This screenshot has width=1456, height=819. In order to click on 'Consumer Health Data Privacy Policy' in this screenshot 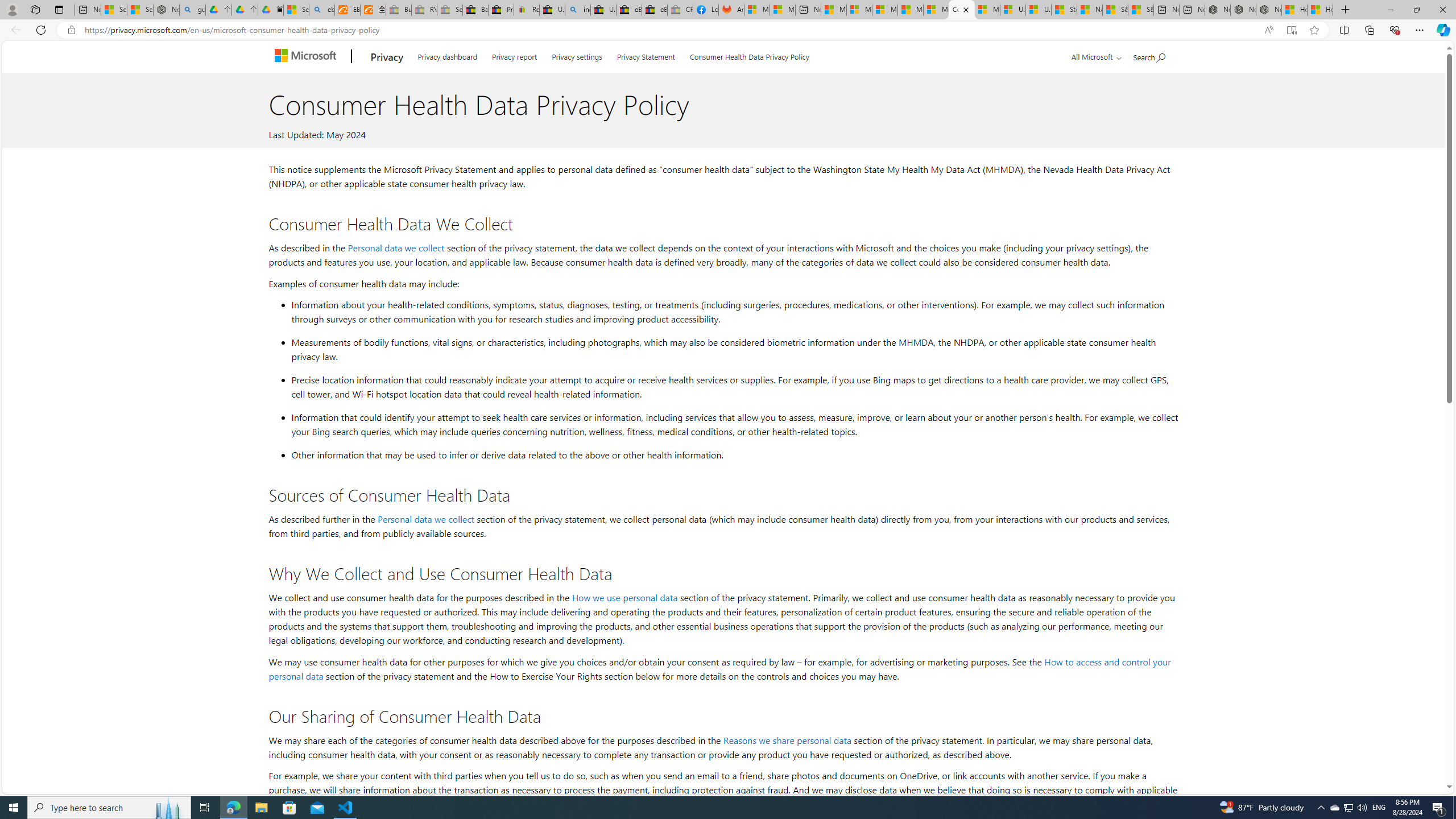, I will do `click(748, 55)`.